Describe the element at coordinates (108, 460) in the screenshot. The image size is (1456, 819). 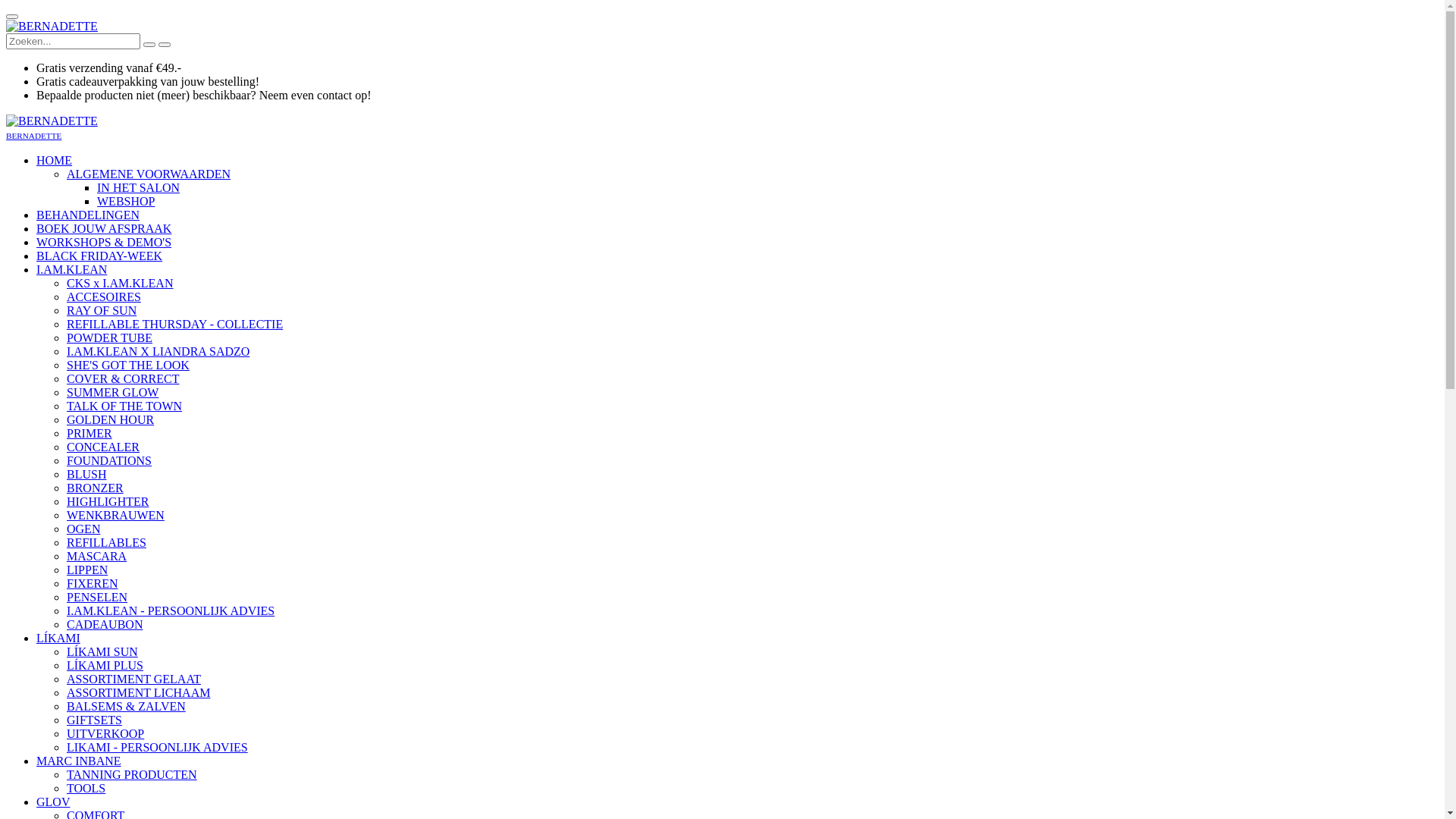
I see `'FOUNDATIONS'` at that location.